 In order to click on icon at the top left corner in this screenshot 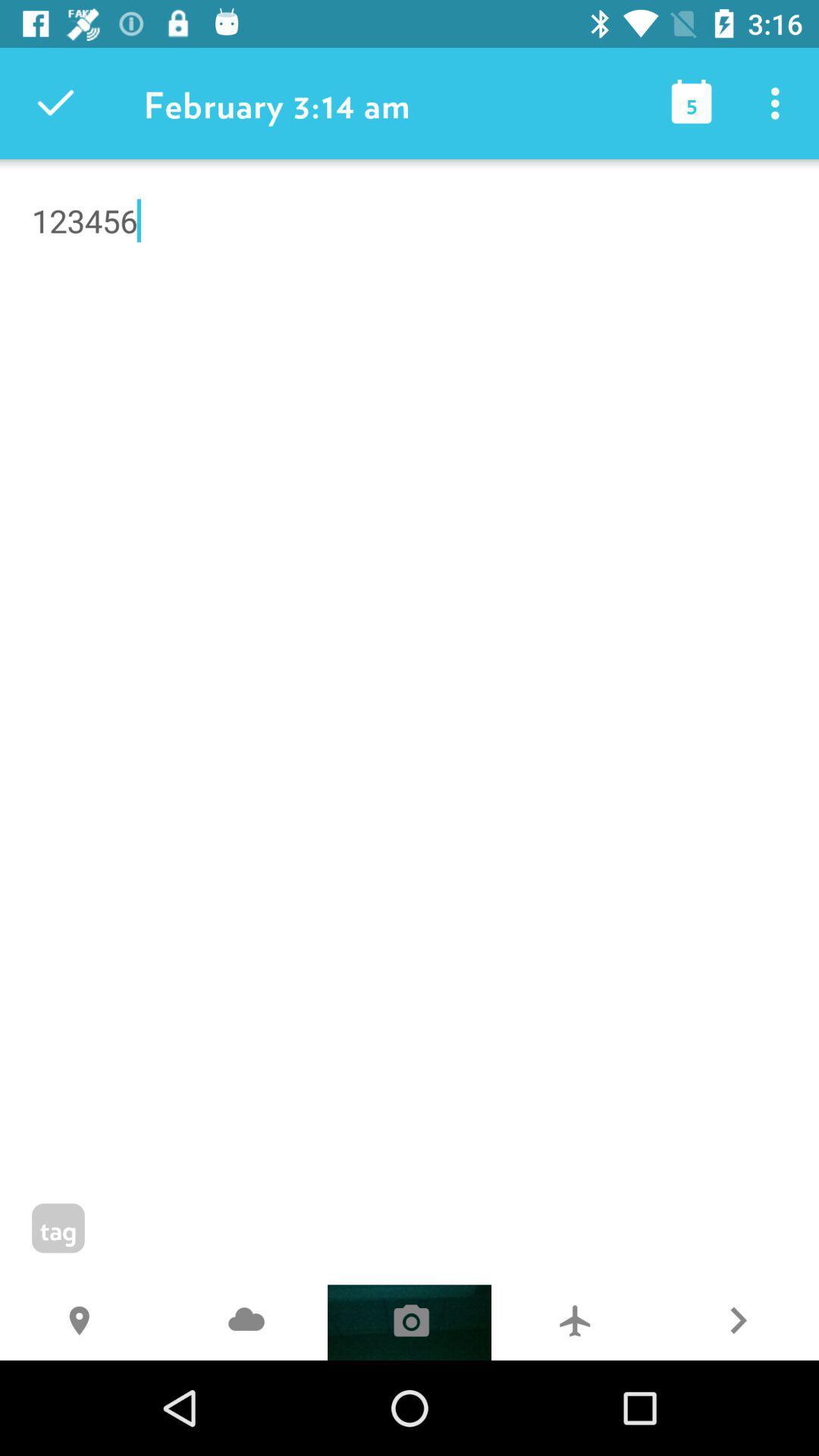, I will do `click(55, 102)`.